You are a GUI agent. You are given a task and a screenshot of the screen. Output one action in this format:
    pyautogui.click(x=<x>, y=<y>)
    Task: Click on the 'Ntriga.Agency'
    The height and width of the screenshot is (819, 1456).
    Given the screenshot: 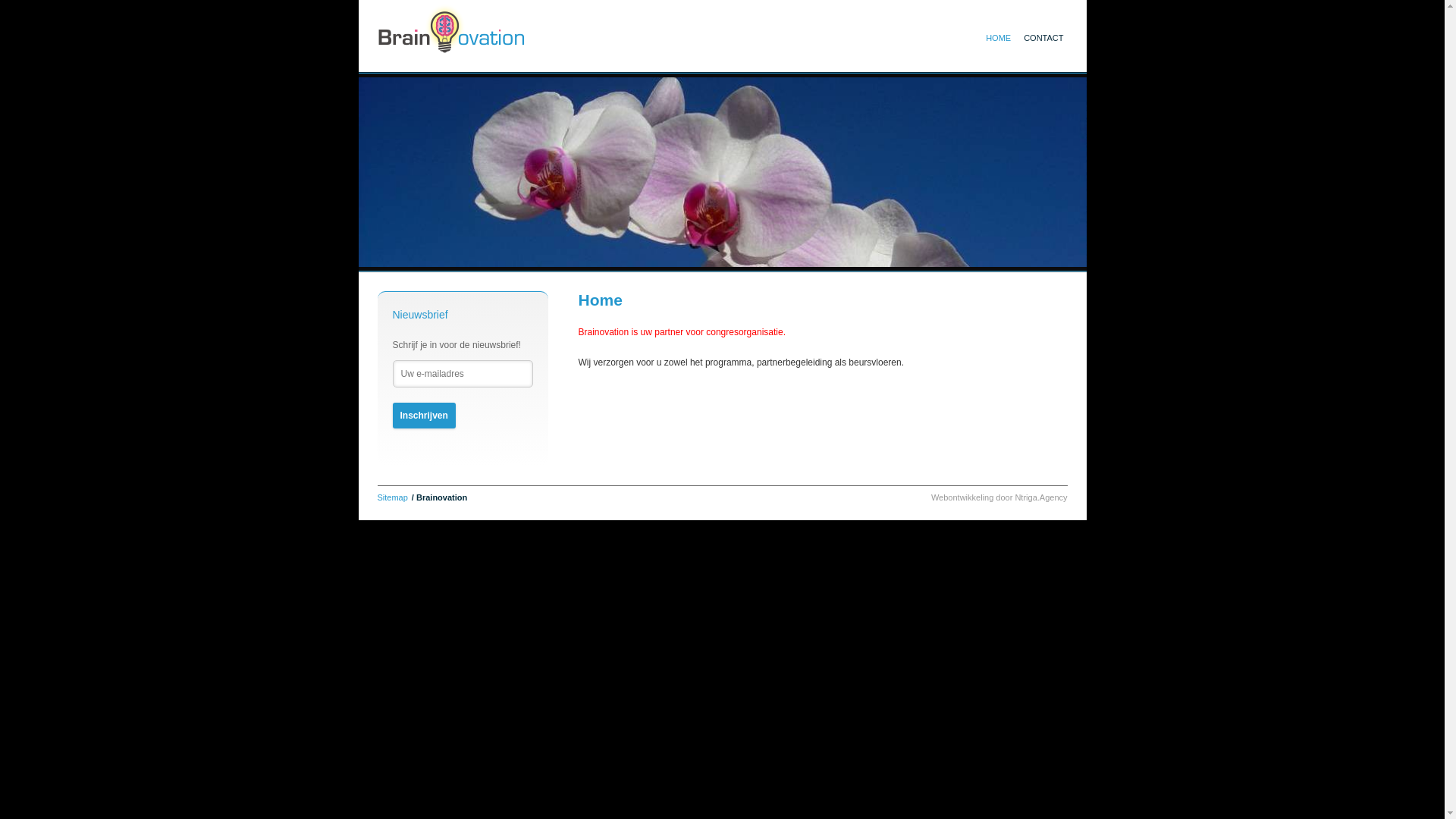 What is the action you would take?
    pyautogui.click(x=1040, y=497)
    